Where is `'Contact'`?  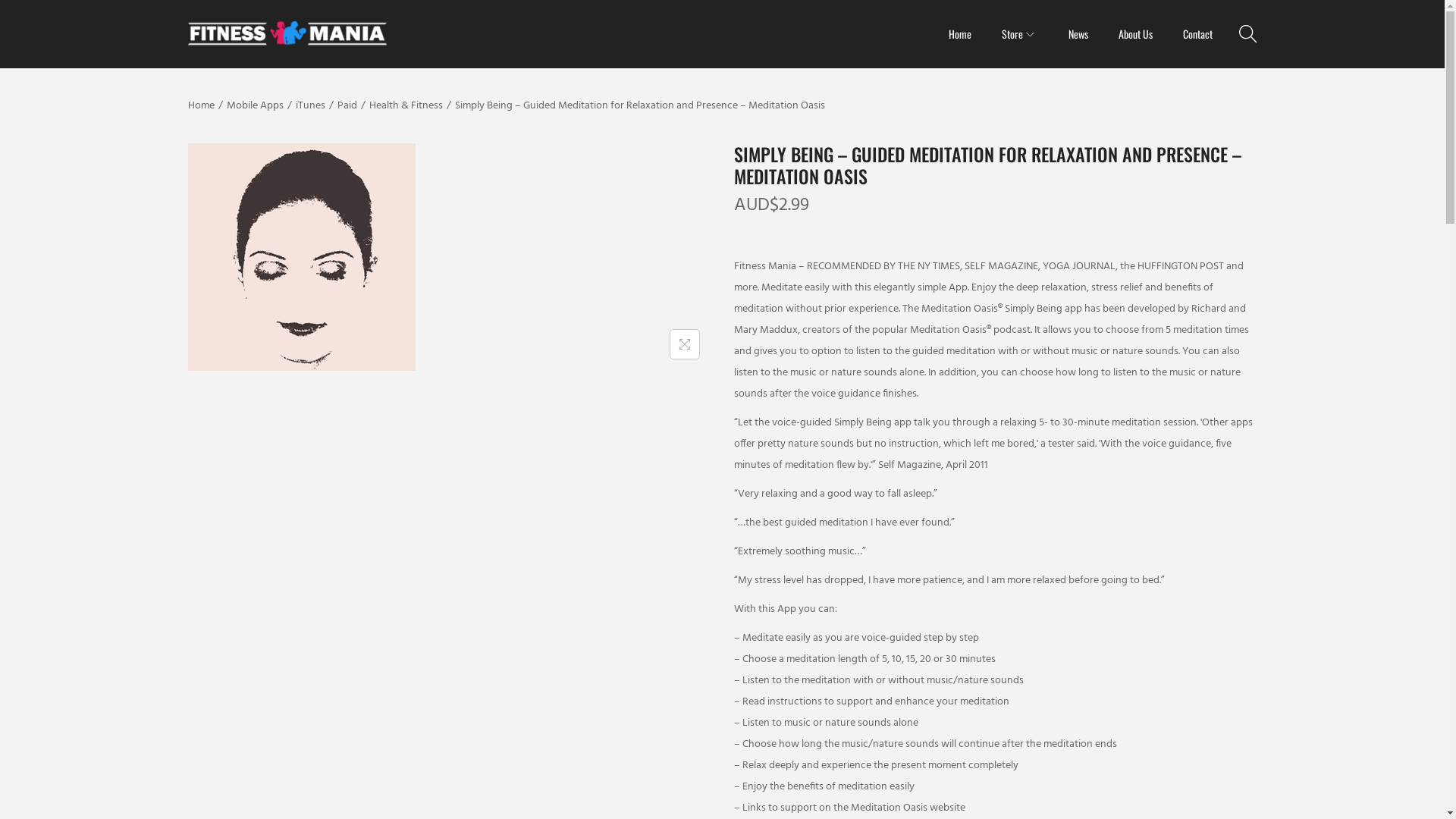
'Contact' is located at coordinates (1197, 34).